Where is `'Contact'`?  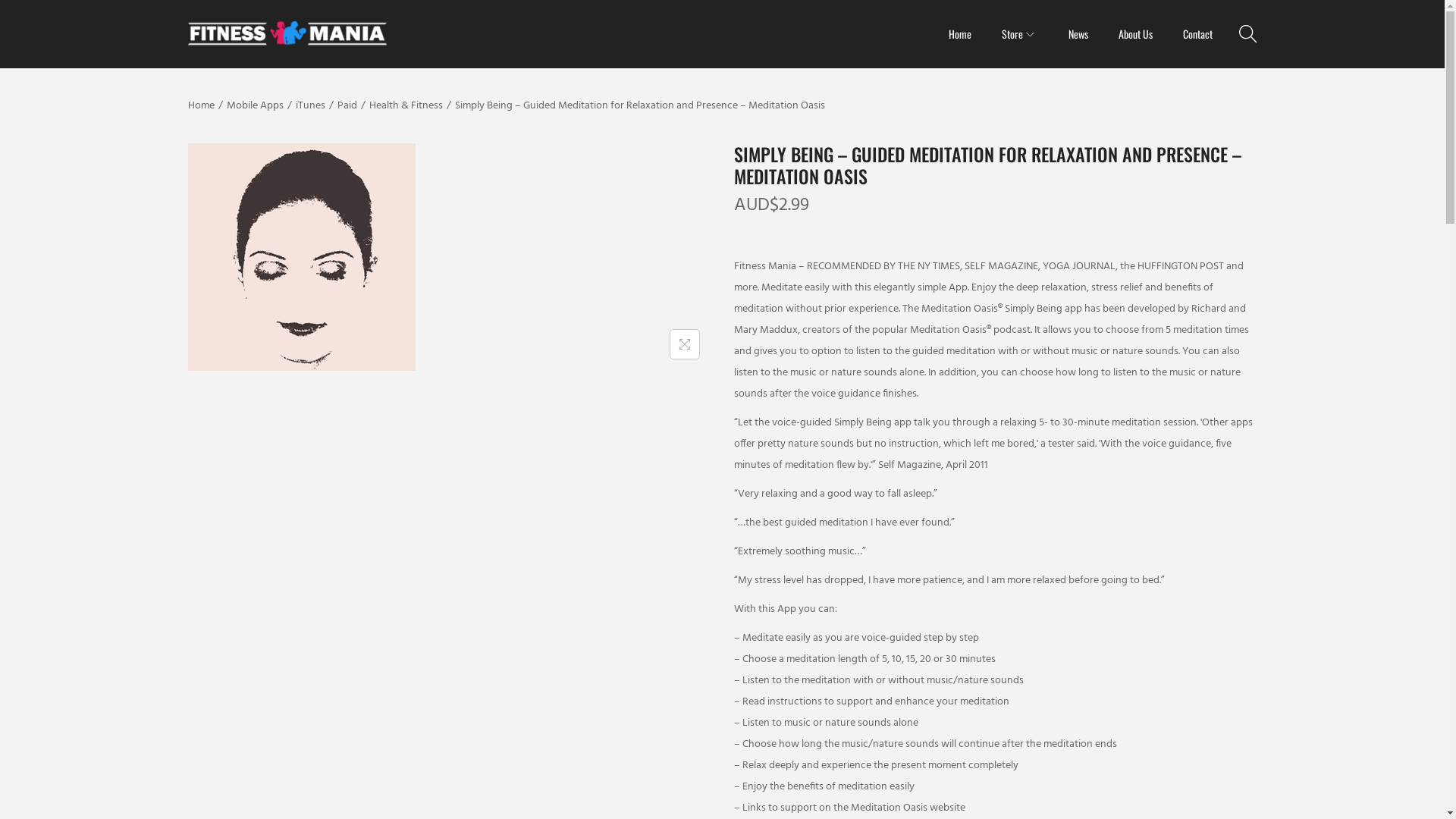
'Contact' is located at coordinates (1197, 34).